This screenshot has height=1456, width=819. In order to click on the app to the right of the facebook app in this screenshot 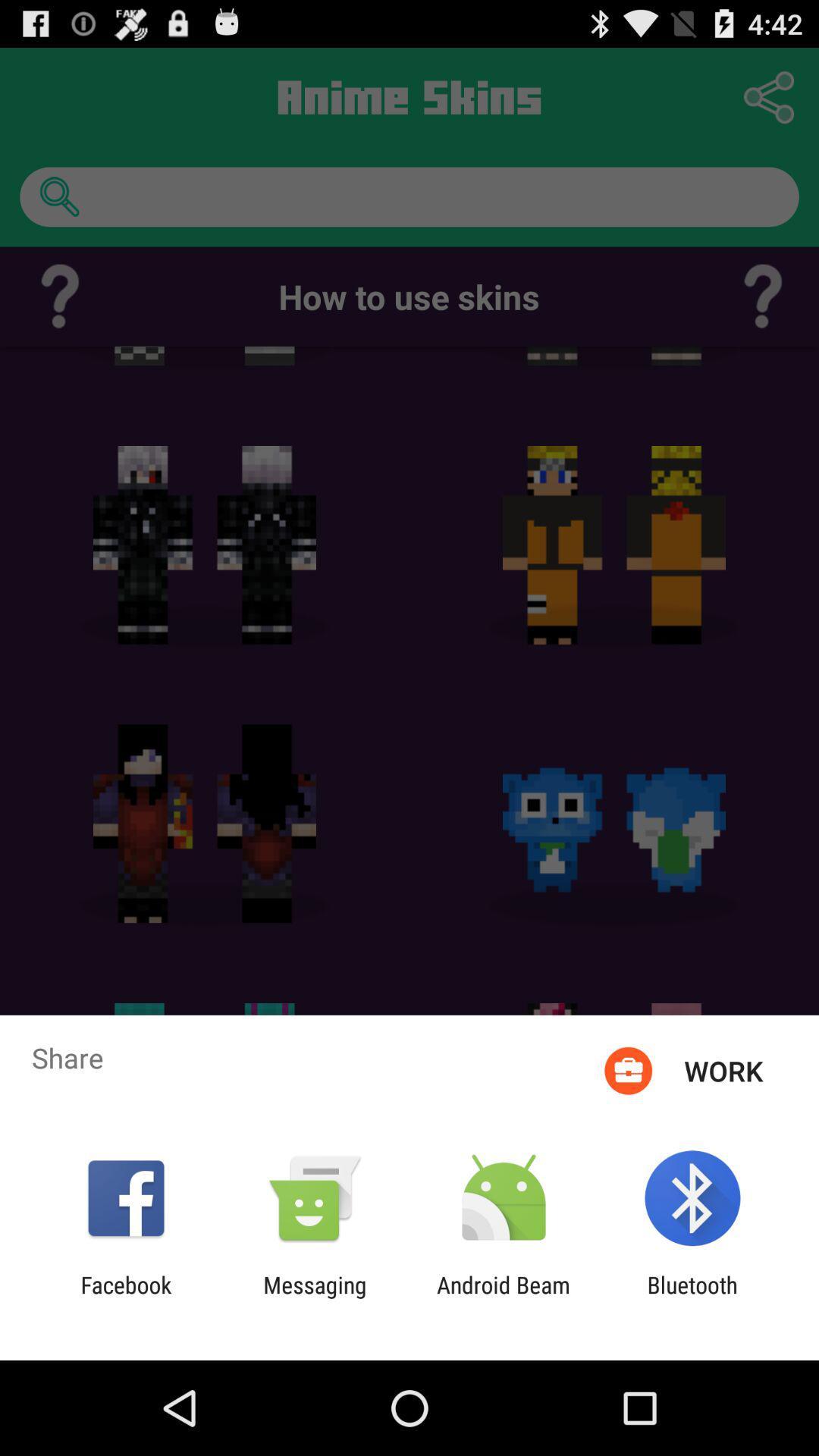, I will do `click(314, 1298)`.